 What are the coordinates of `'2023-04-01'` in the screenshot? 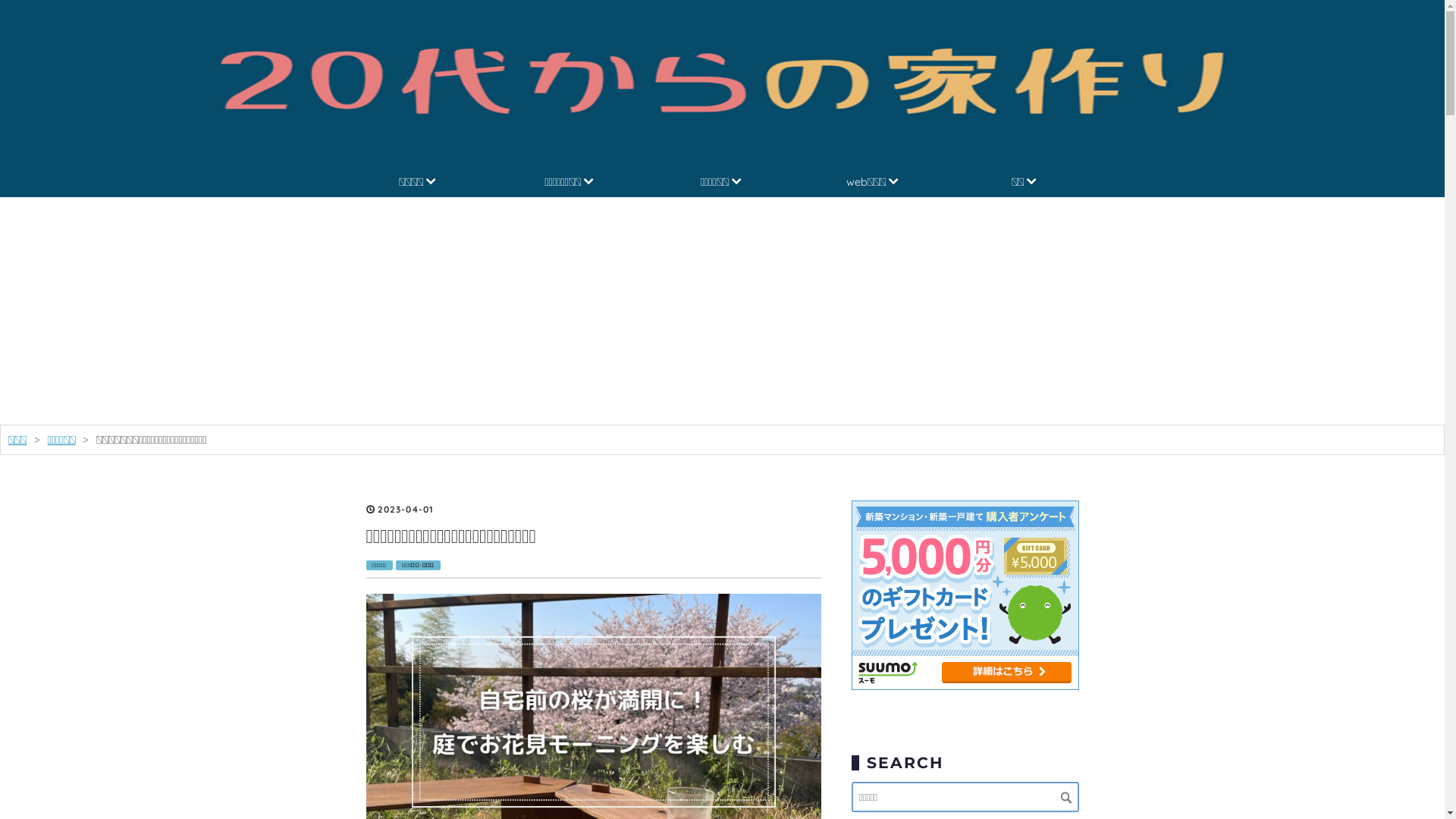 It's located at (406, 509).